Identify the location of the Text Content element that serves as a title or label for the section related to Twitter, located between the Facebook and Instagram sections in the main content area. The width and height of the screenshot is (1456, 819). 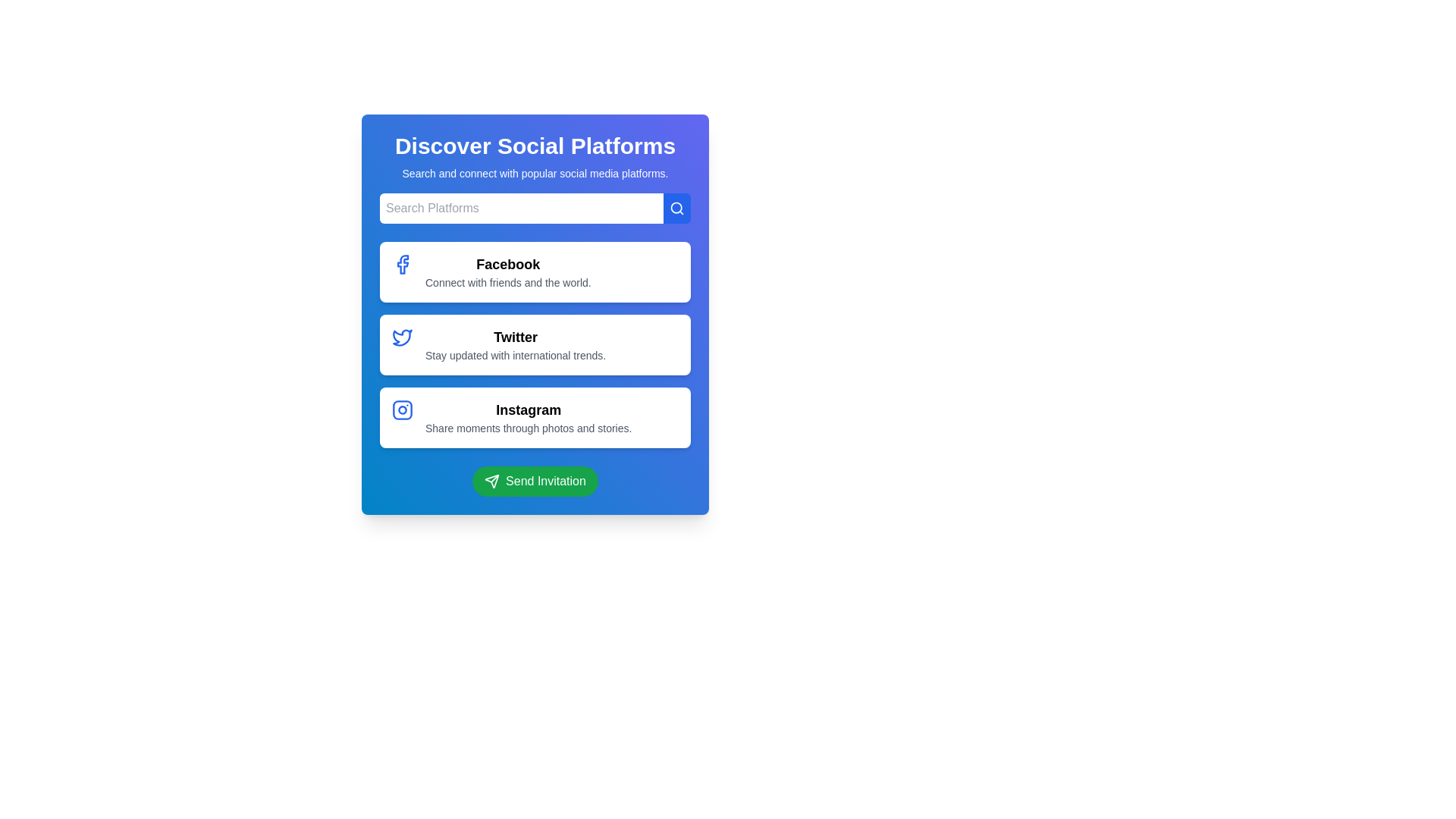
(516, 336).